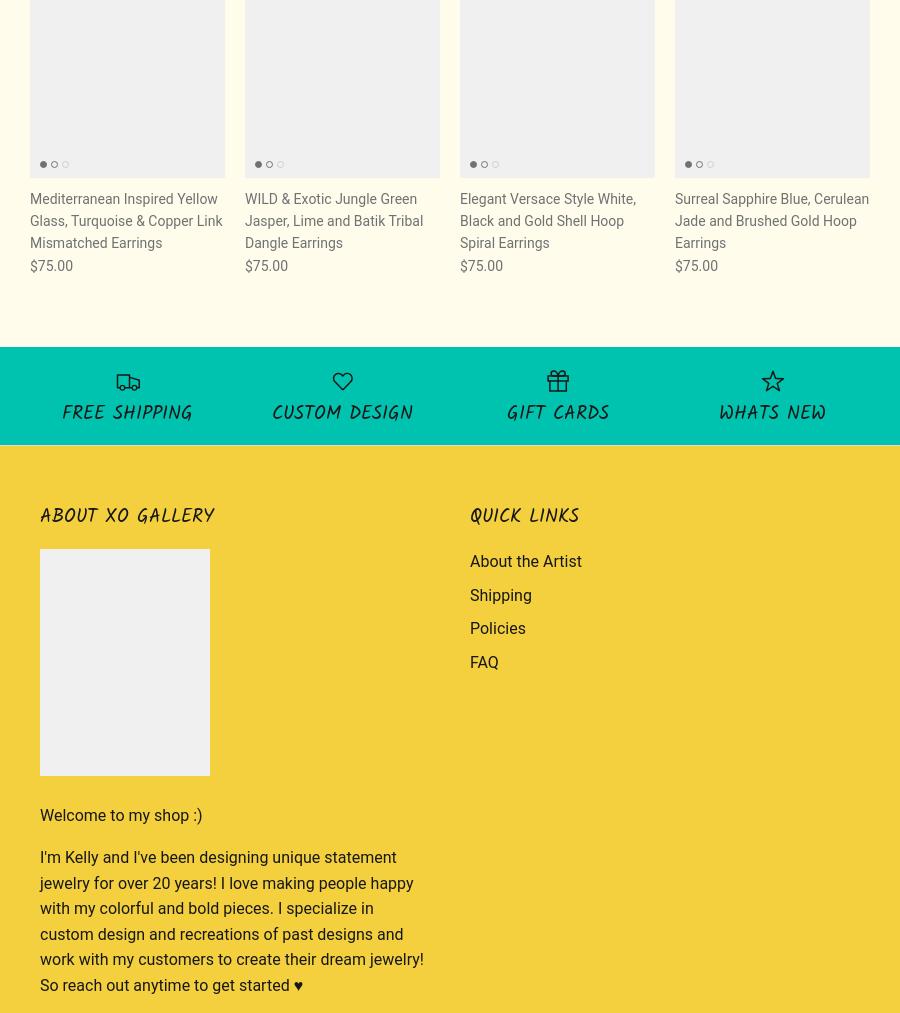 The height and width of the screenshot is (1013, 900). What do you see at coordinates (827, 287) in the screenshot?
I see `'(DOP $)'` at bounding box center [827, 287].